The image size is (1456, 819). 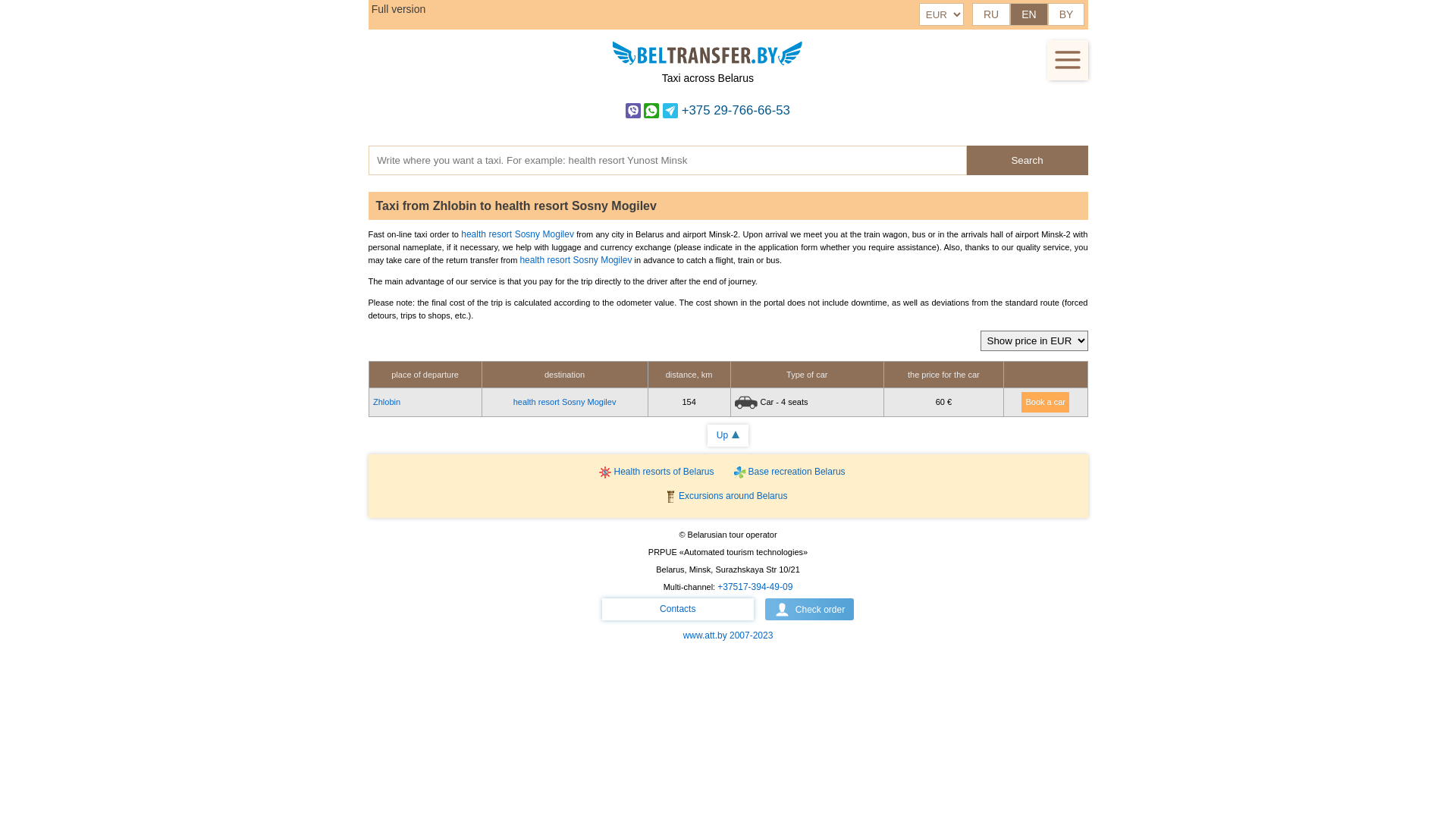 What do you see at coordinates (1026, 160) in the screenshot?
I see `'Search'` at bounding box center [1026, 160].